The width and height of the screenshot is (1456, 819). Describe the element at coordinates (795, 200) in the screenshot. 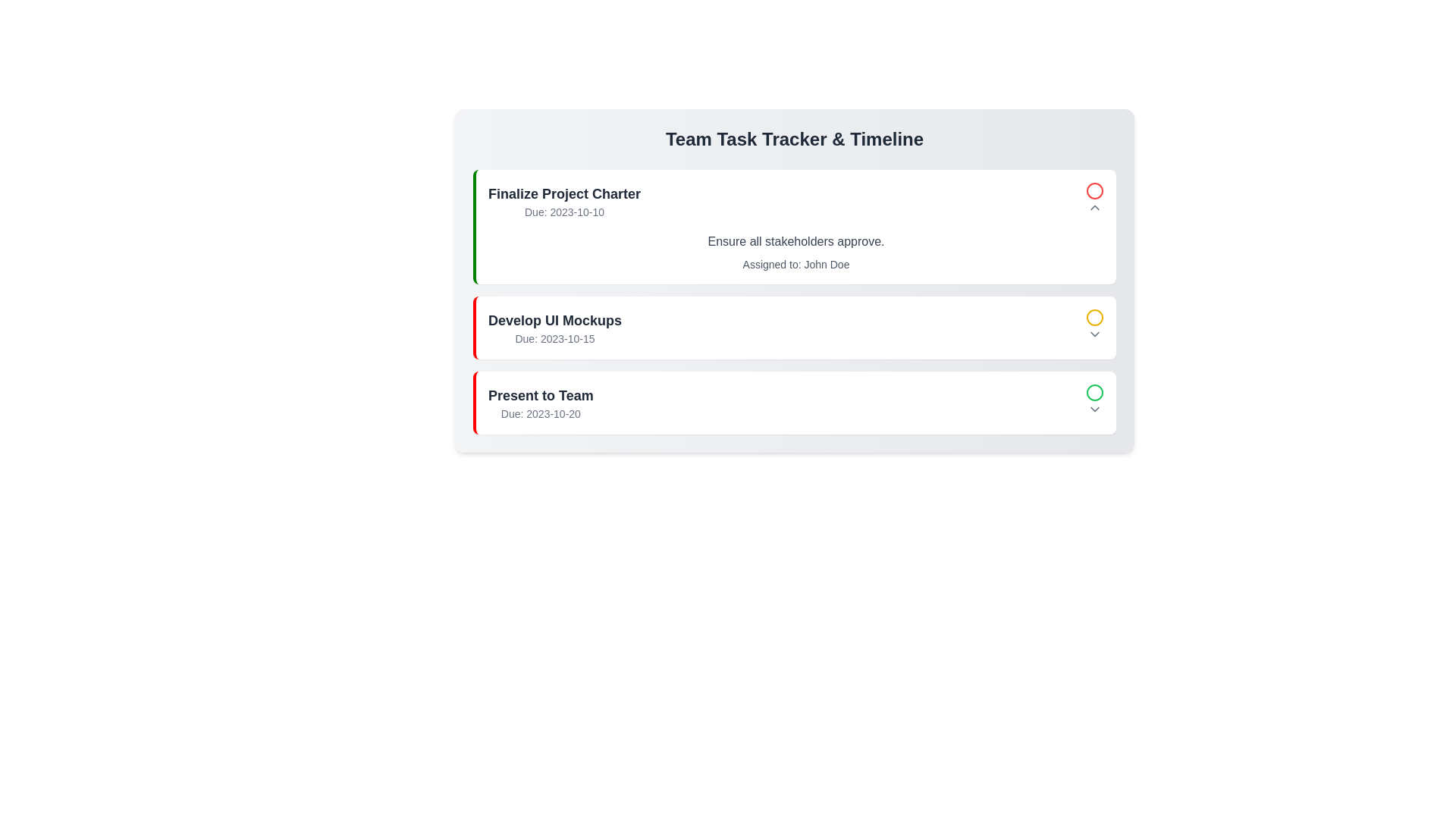

I see `the task labeled 'Finalize Project Charter'` at that location.